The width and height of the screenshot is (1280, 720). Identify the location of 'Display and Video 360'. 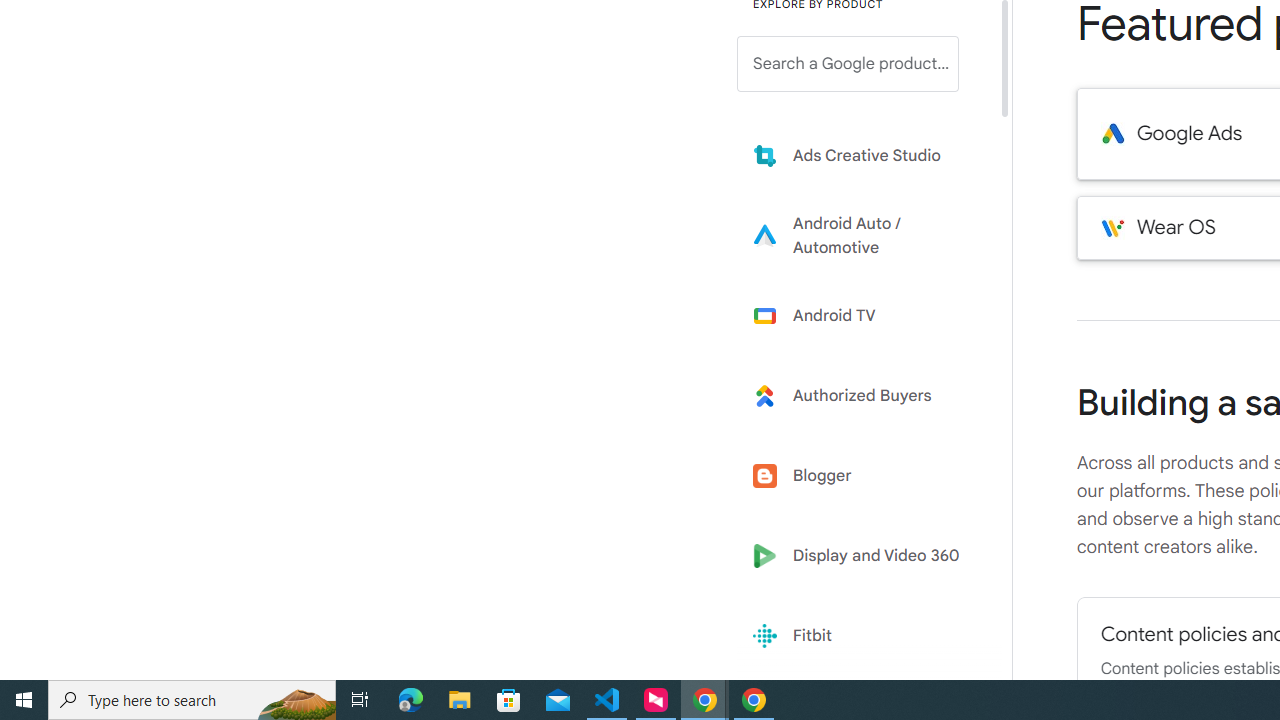
(862, 556).